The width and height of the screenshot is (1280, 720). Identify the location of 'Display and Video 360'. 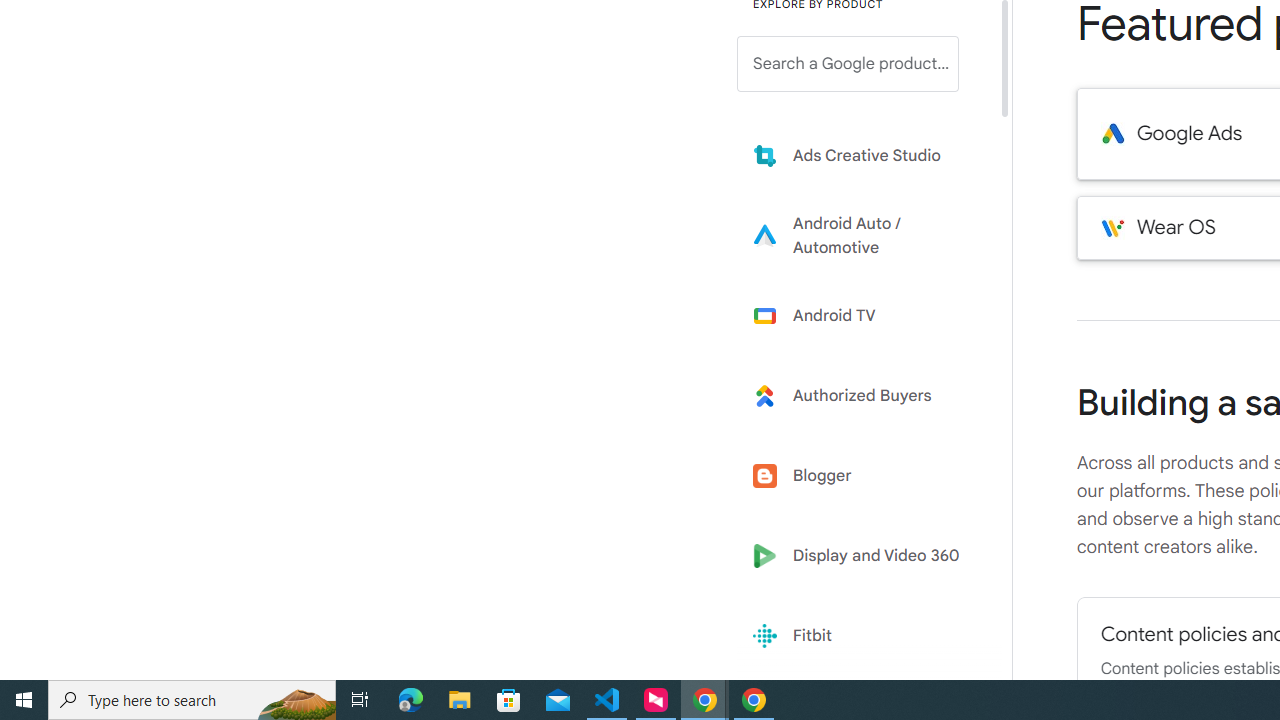
(862, 556).